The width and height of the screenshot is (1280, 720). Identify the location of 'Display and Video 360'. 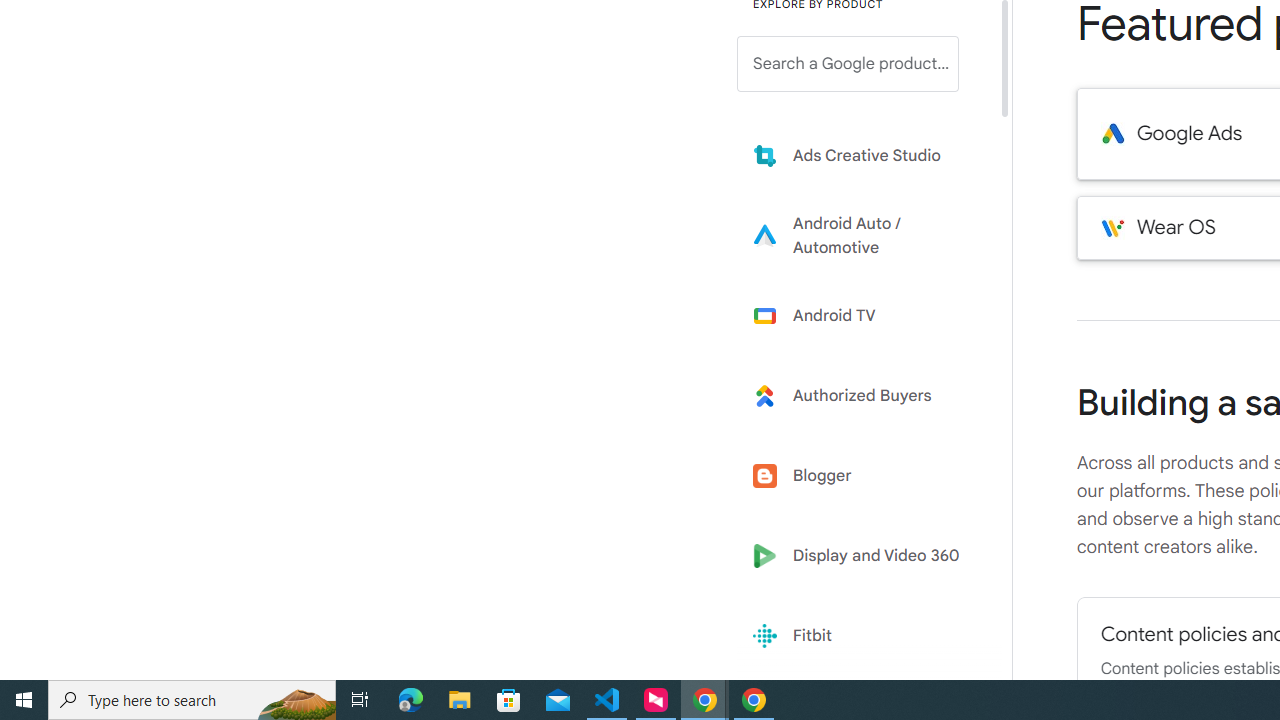
(862, 556).